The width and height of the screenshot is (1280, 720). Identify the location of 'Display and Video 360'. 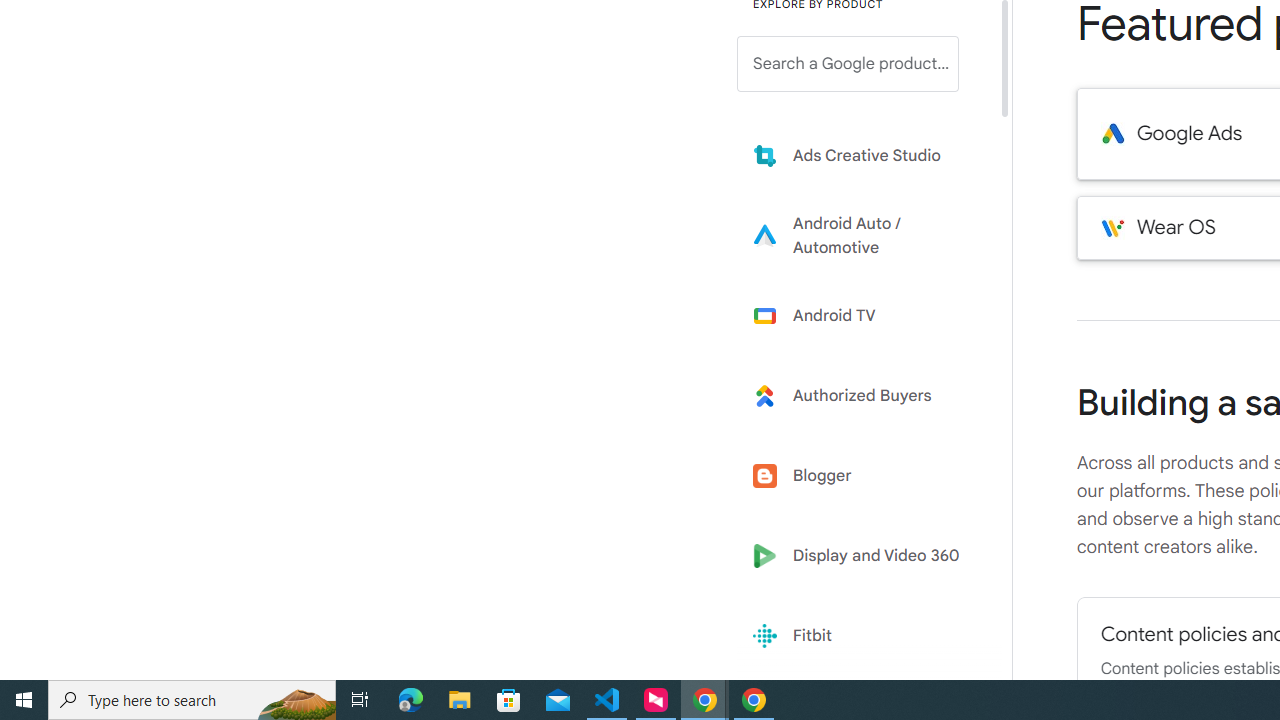
(862, 556).